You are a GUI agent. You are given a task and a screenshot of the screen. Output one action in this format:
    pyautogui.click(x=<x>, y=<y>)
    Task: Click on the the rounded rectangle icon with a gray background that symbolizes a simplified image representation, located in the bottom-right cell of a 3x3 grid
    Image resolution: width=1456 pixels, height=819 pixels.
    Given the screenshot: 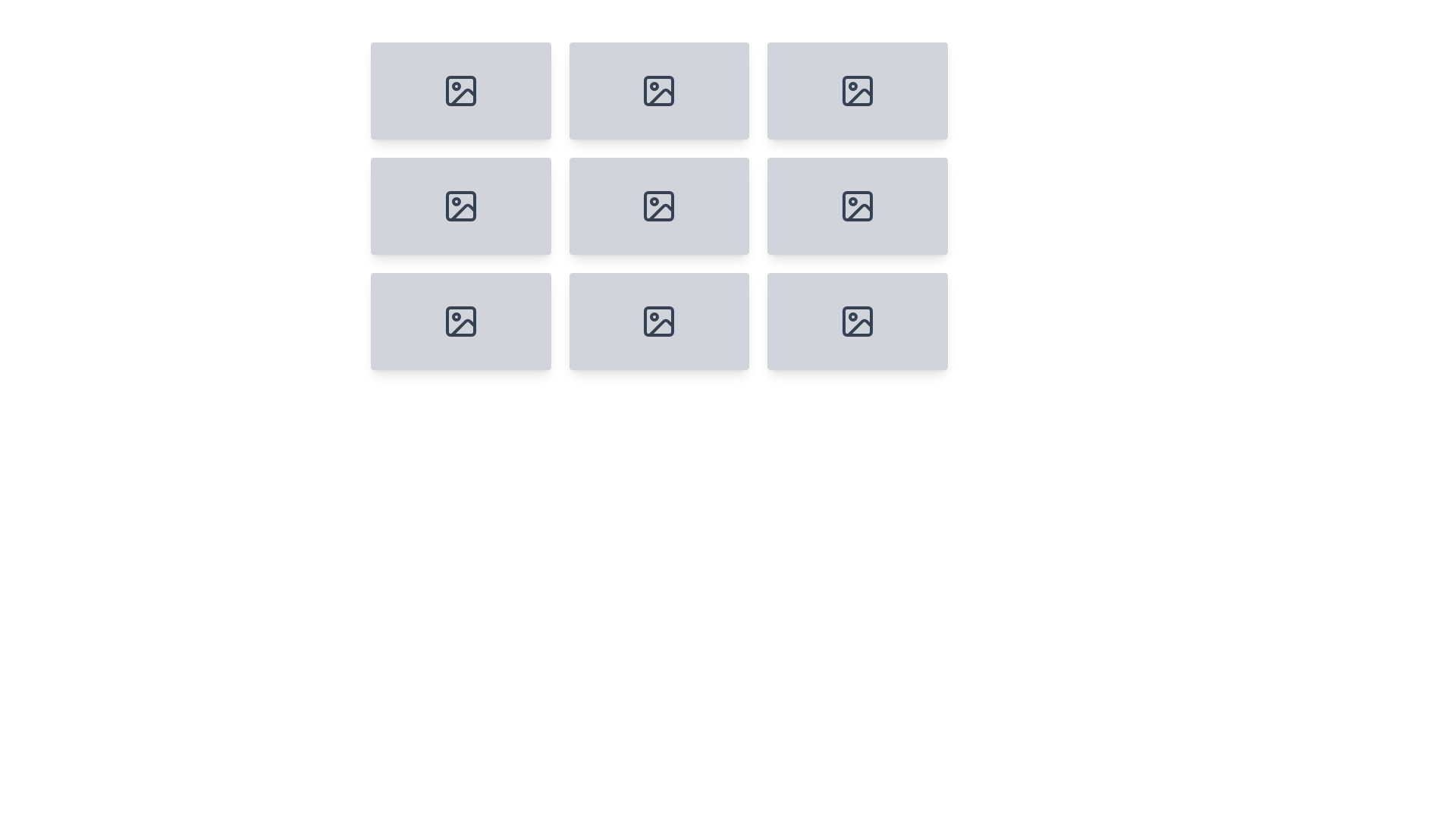 What is the action you would take?
    pyautogui.click(x=858, y=206)
    